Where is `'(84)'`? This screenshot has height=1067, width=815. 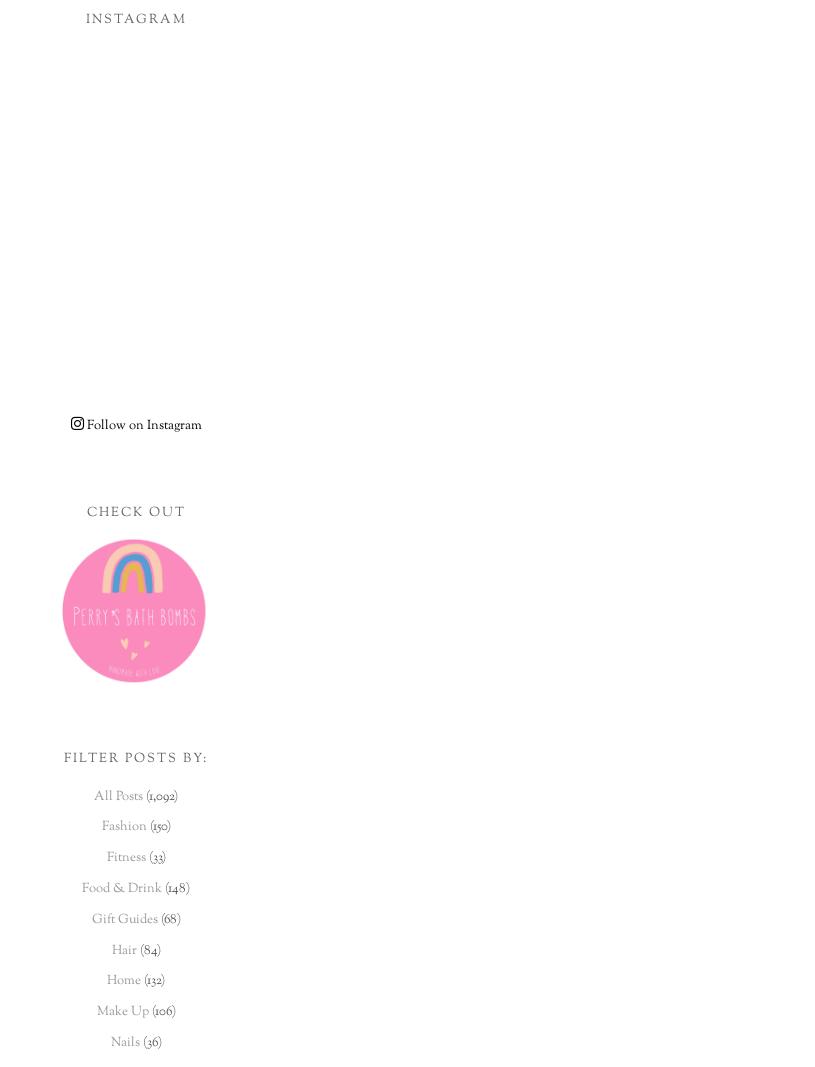
'(84)' is located at coordinates (148, 949).